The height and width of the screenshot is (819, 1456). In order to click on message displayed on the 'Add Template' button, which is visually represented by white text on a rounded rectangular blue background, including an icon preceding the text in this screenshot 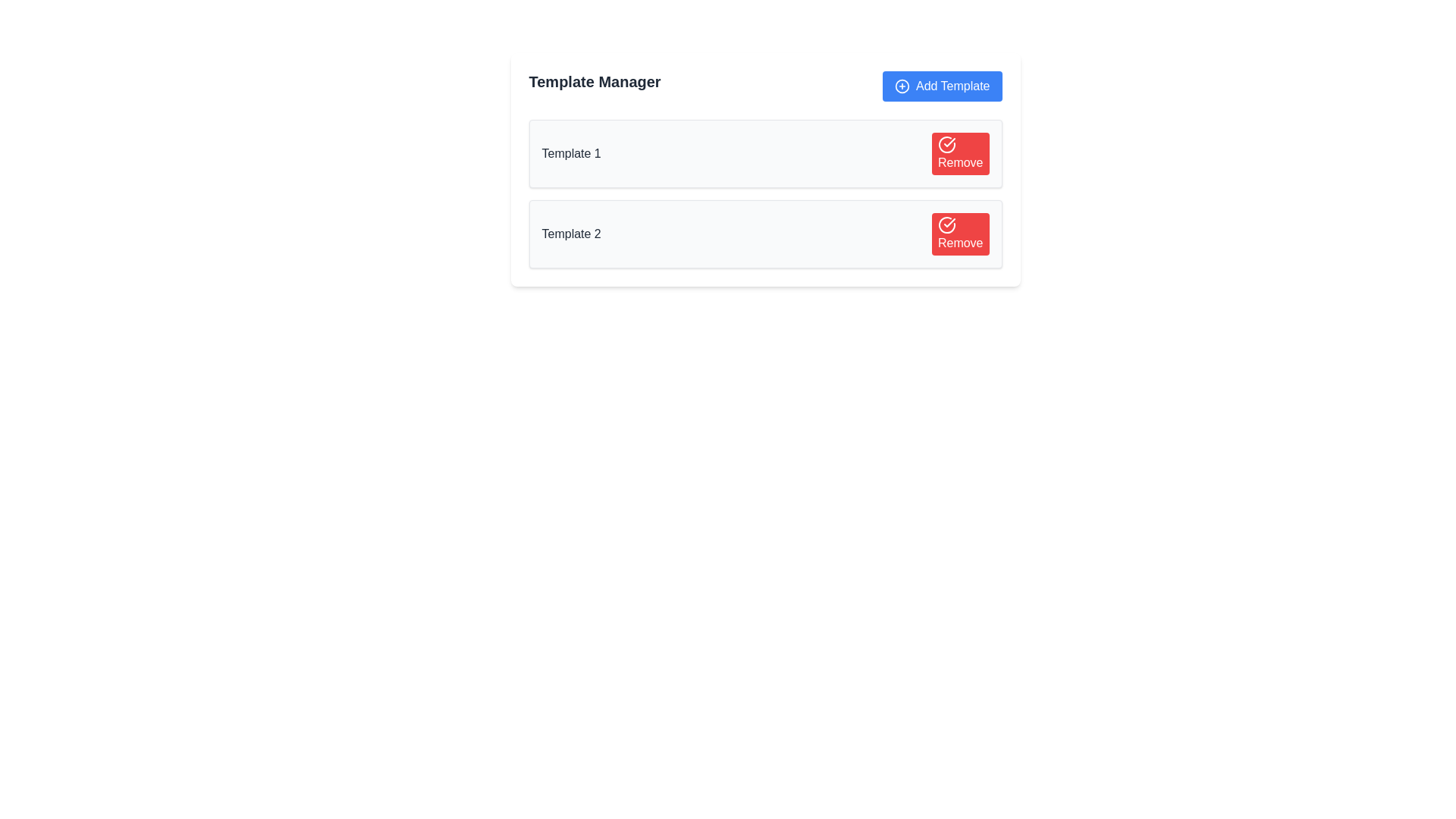, I will do `click(952, 86)`.